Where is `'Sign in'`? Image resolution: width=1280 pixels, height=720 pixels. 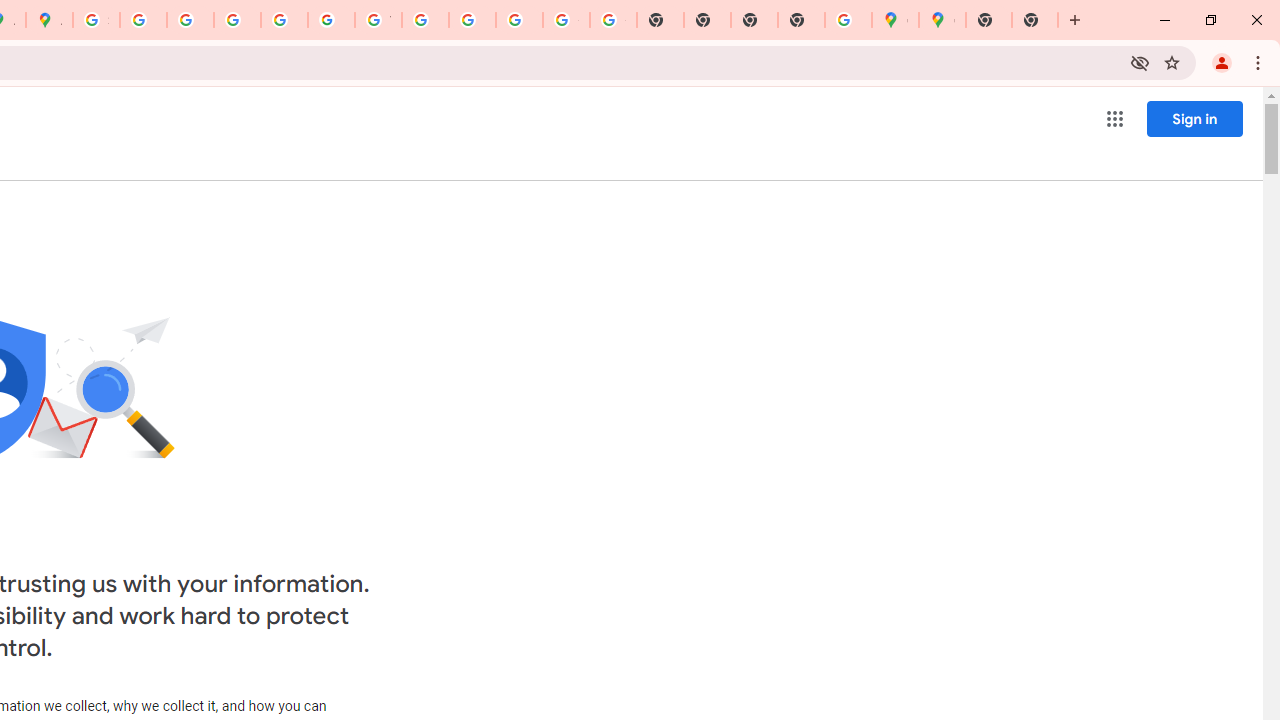 'Sign in' is located at coordinates (1194, 118).